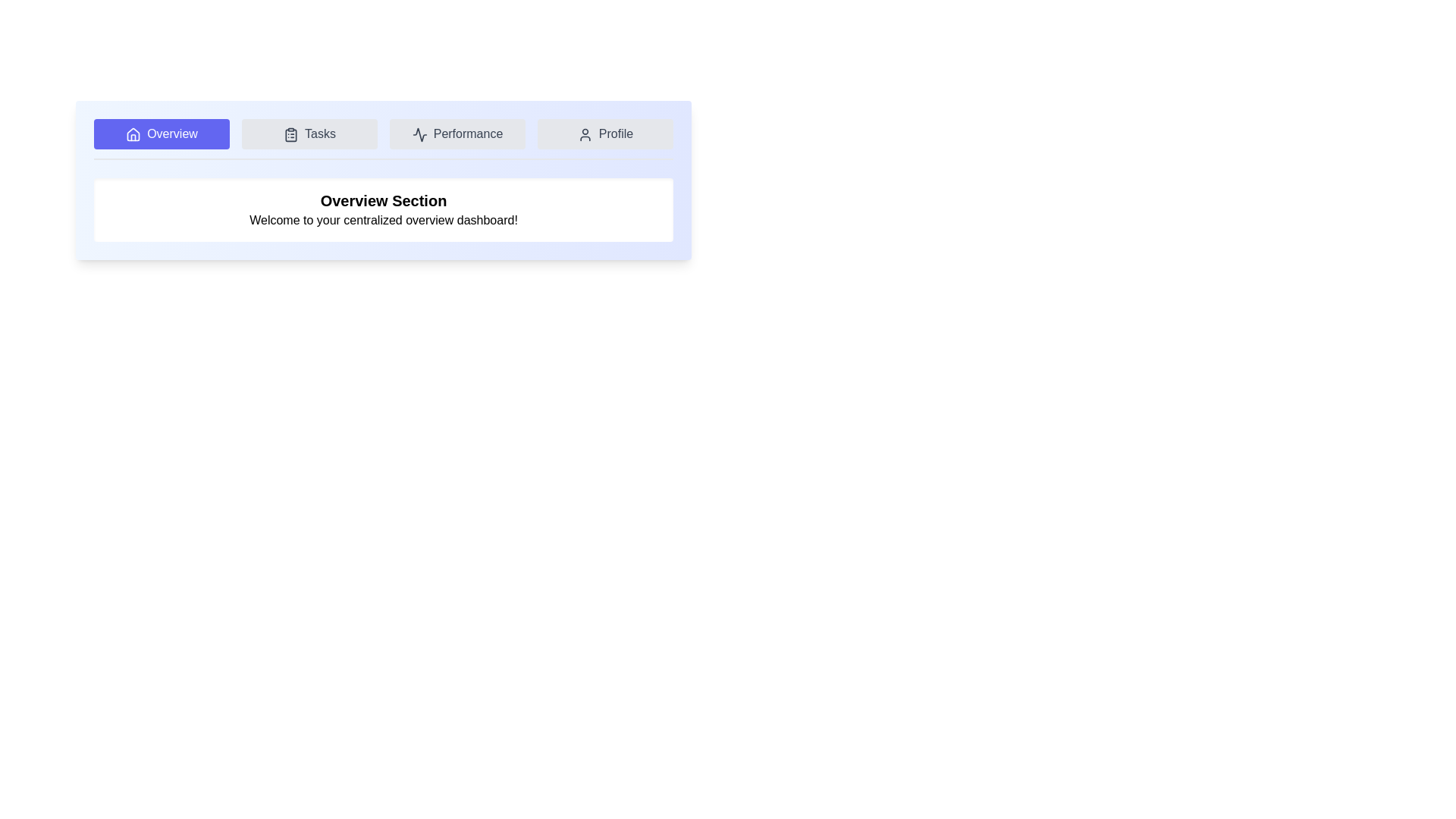 The height and width of the screenshot is (819, 1456). I want to click on the 'Performance' button, which is a rectangular button with rounded corners, gray background, and dark gray font, located in the horizontal navigation bar at the top, between the 'Tasks' and 'Profile' buttons, so click(457, 133).